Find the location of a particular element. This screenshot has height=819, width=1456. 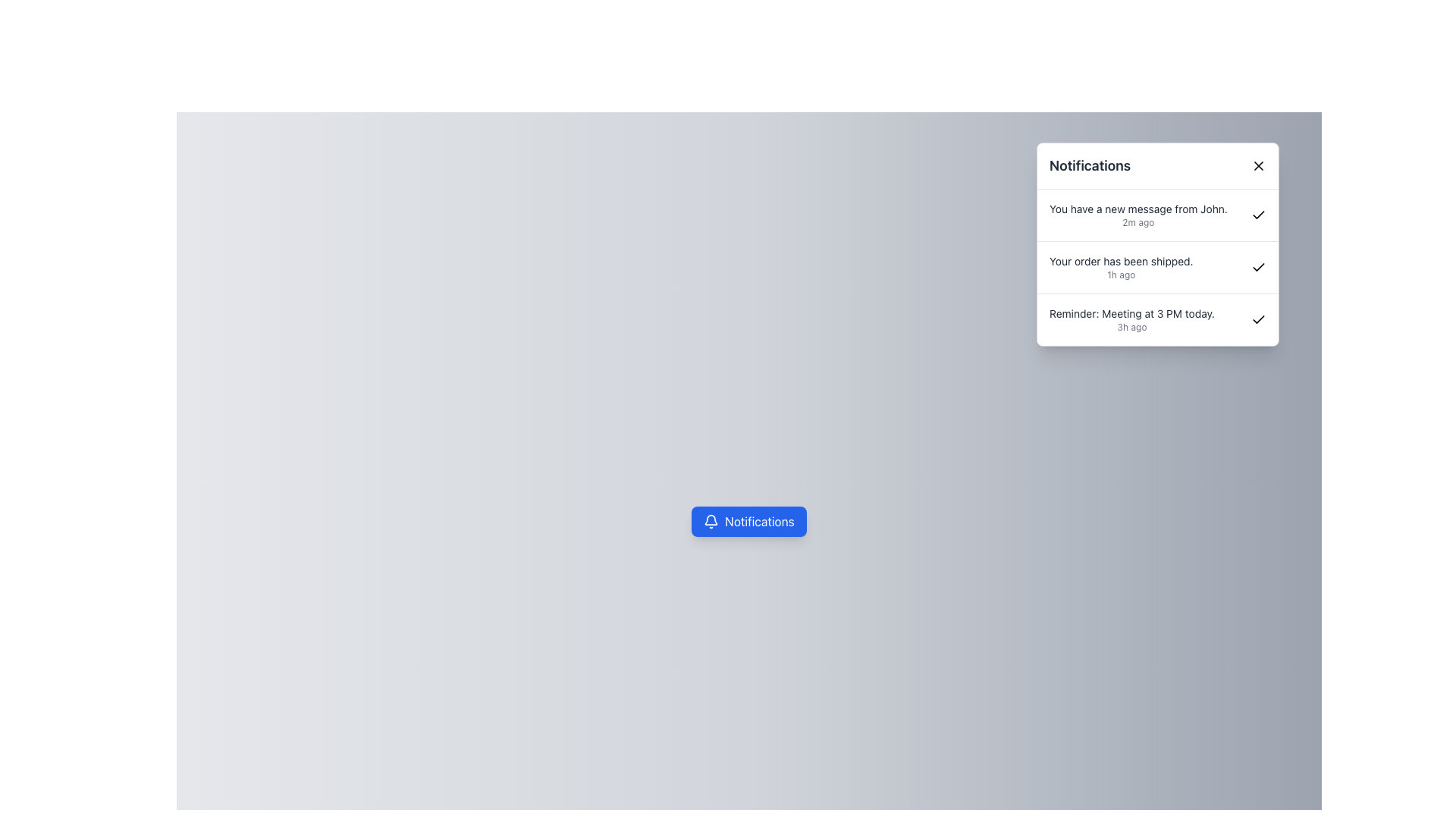

the third notification item in the expanded notifications dropdown panel is located at coordinates (1131, 318).